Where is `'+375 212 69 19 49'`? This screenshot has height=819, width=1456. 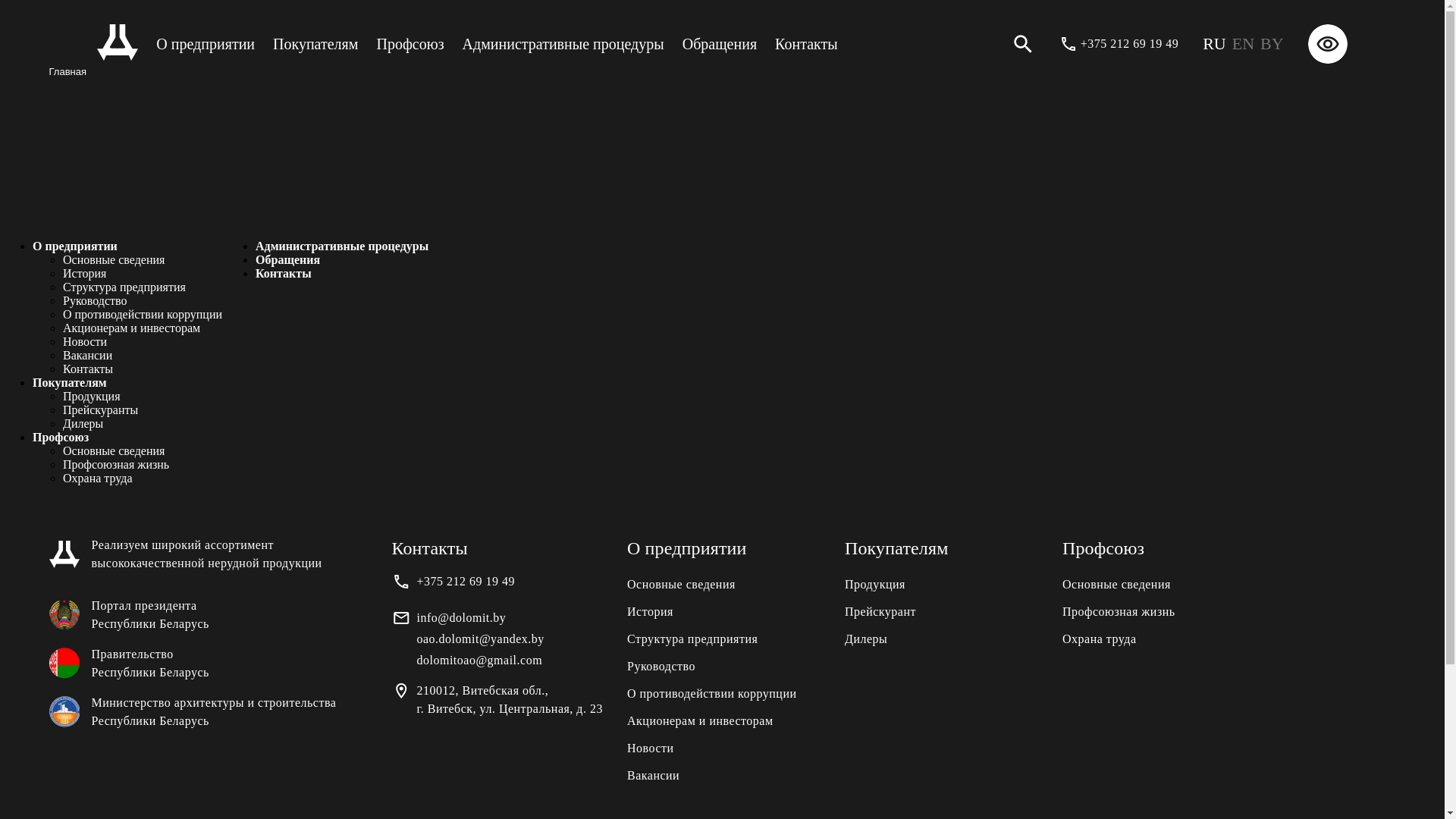 '+375 212 69 19 49' is located at coordinates (1129, 42).